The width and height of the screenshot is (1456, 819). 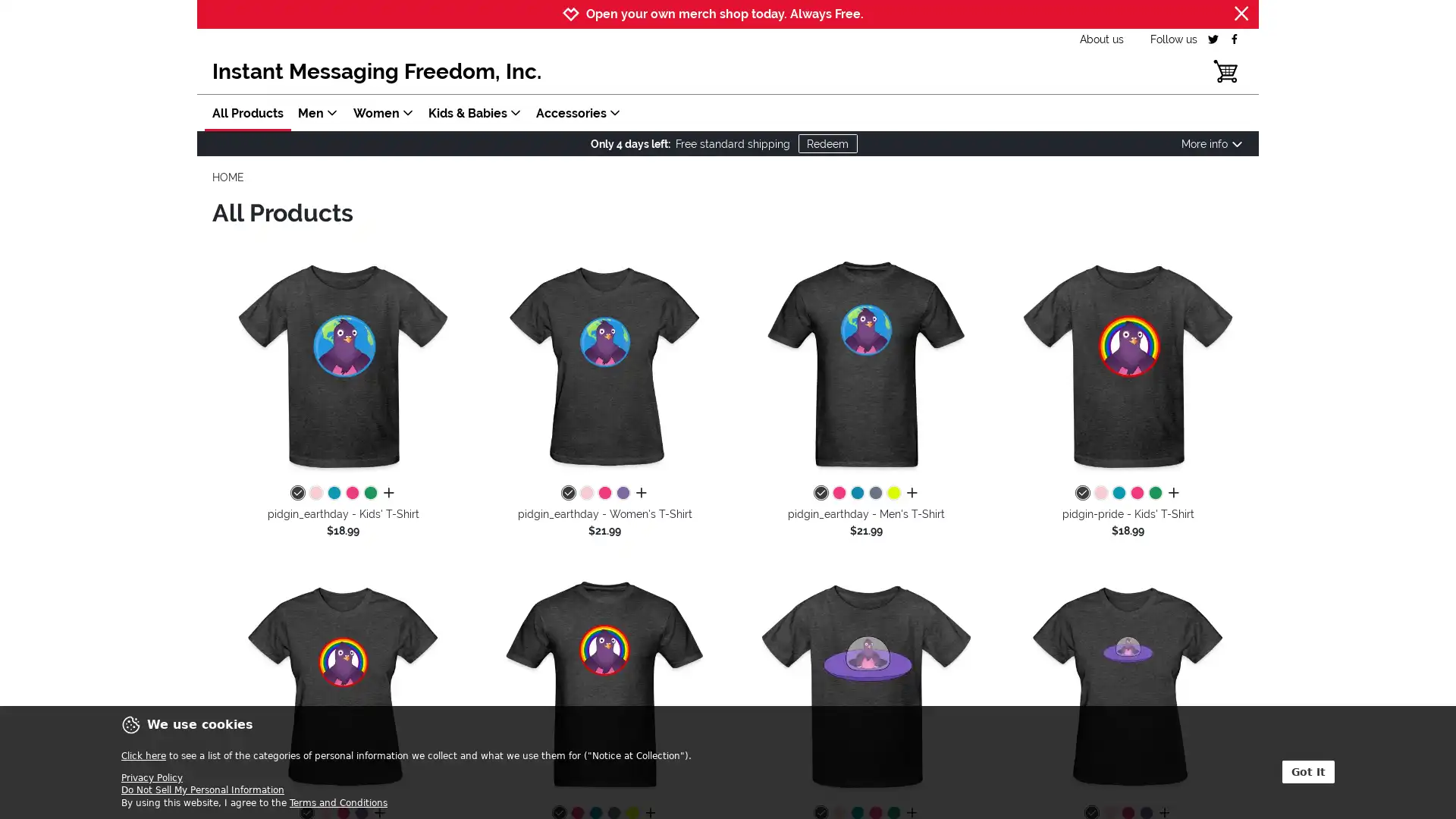 I want to click on Pidgin UFO - Kids' T-Shirt, so click(x=866, y=686).